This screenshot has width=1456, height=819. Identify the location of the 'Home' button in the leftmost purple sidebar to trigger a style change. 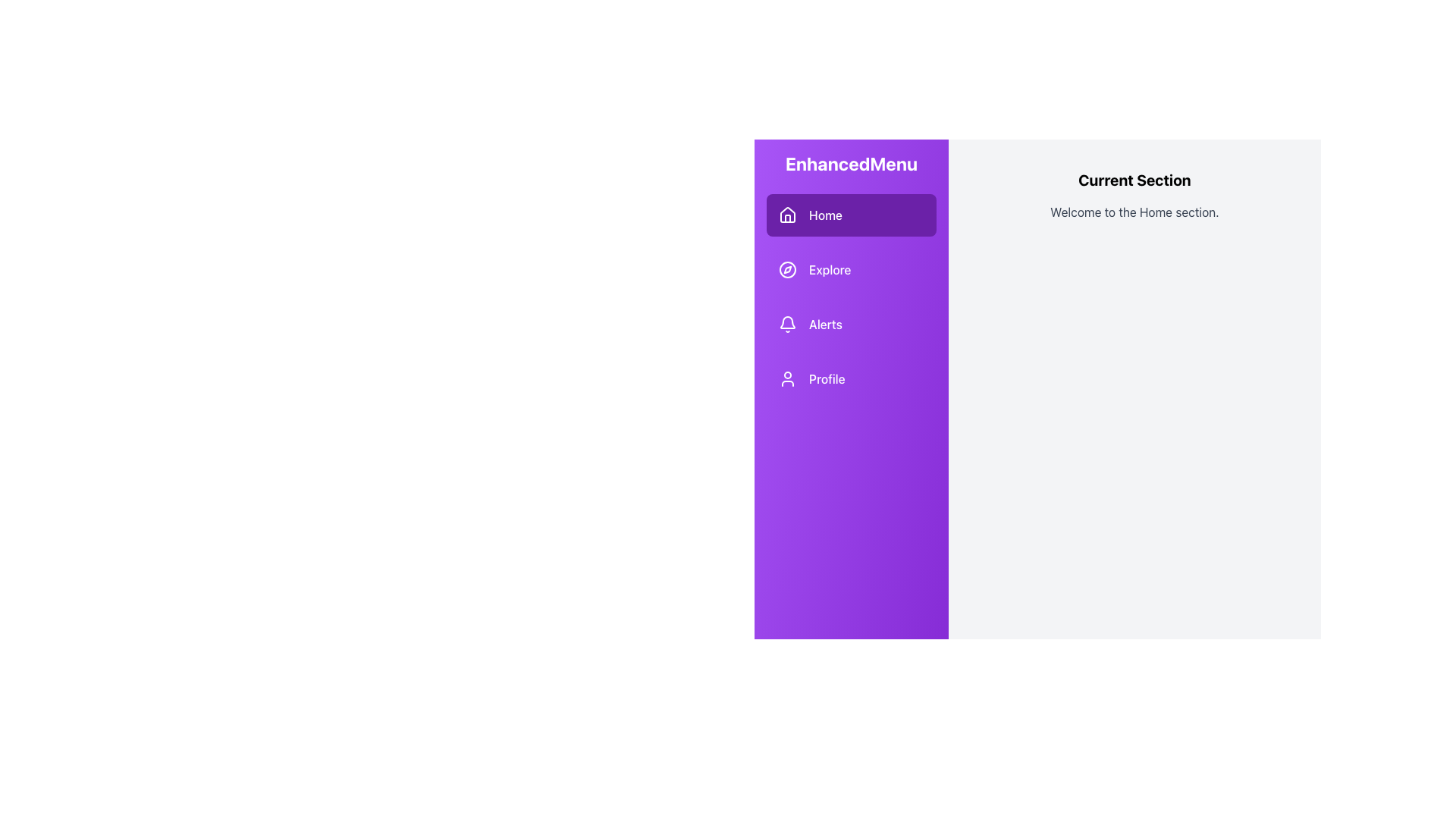
(852, 215).